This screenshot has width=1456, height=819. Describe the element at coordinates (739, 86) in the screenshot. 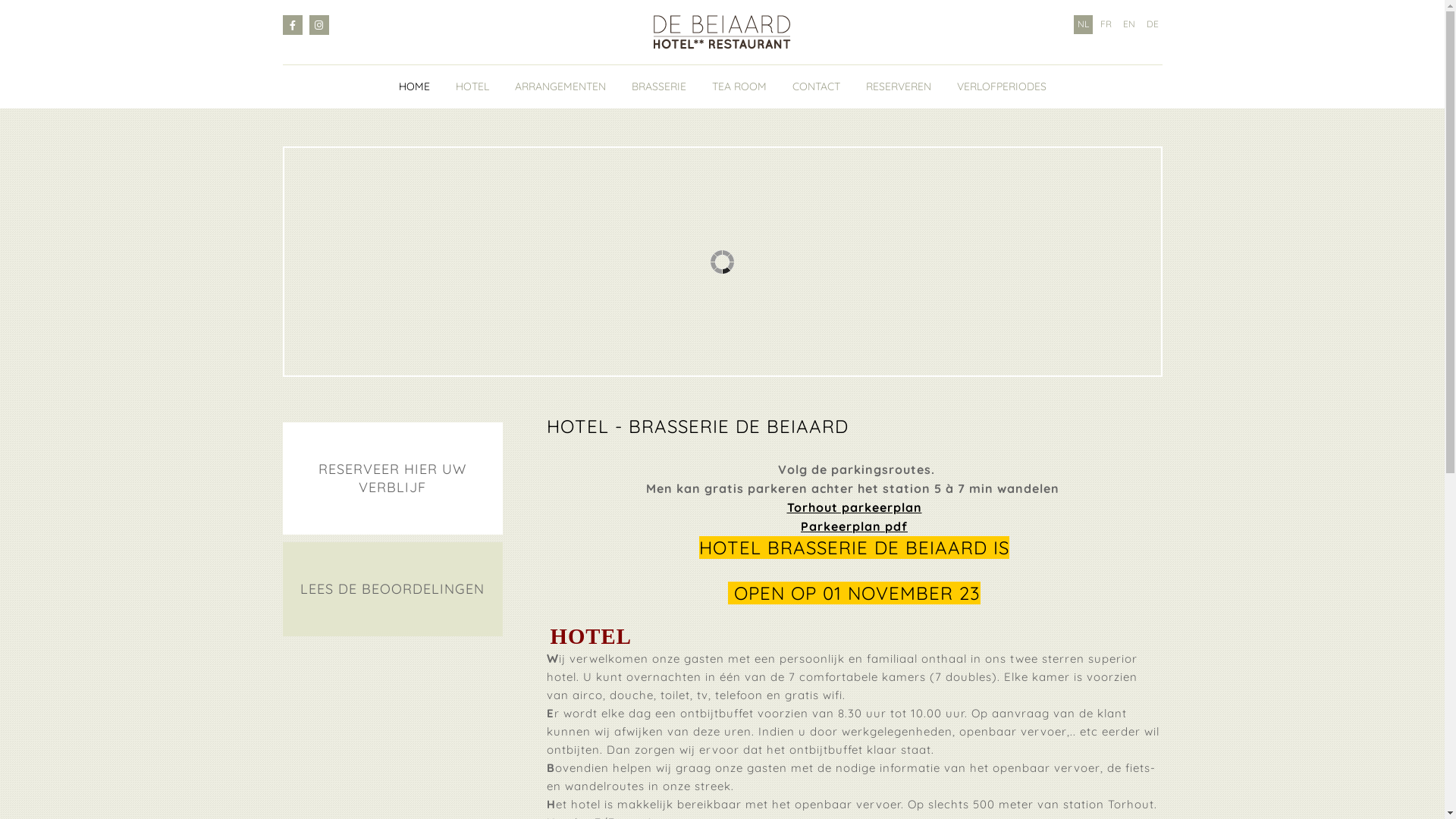

I see `'TEA ROOM'` at that location.